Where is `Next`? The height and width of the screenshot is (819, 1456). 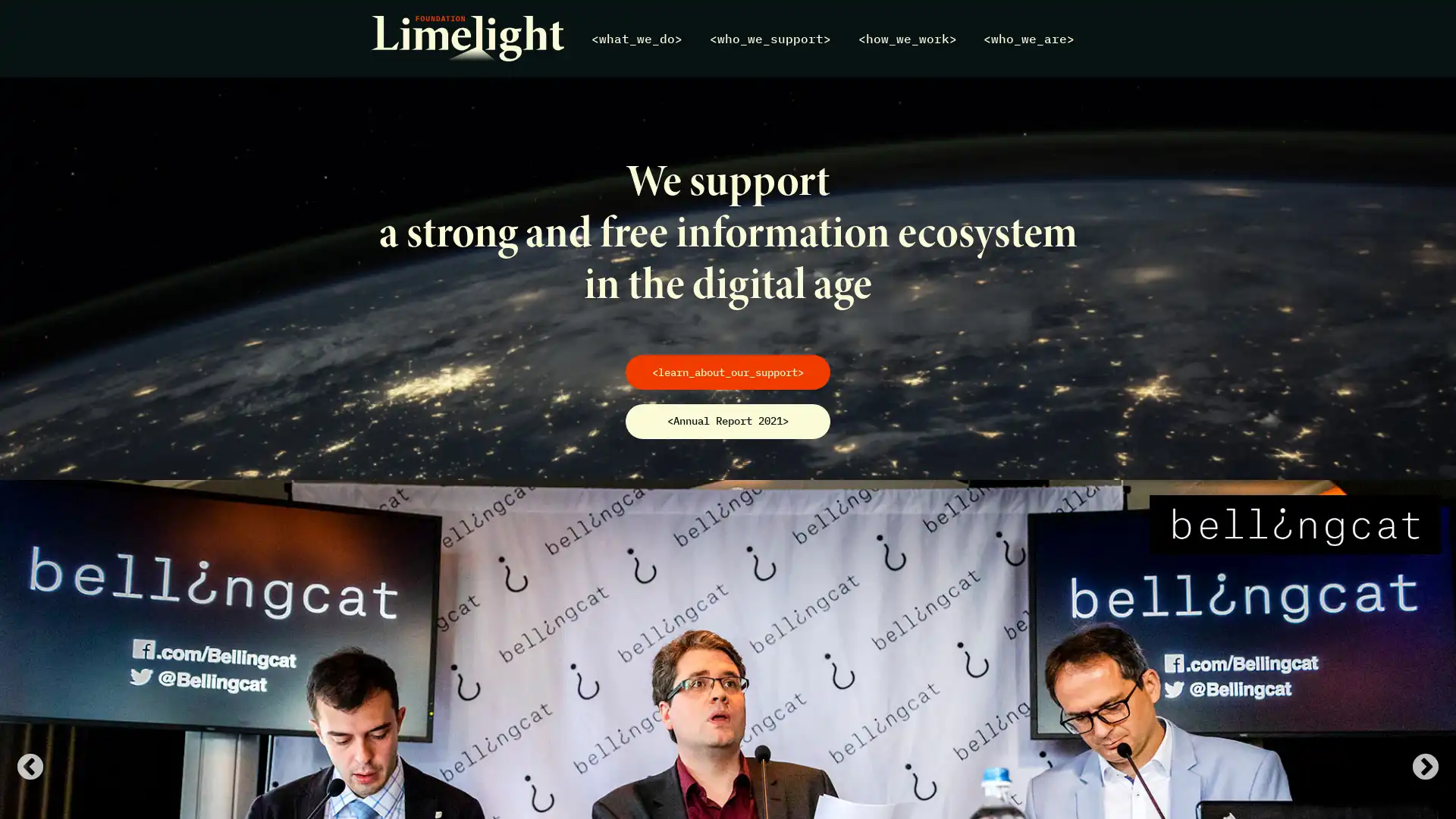 Next is located at coordinates (1425, 768).